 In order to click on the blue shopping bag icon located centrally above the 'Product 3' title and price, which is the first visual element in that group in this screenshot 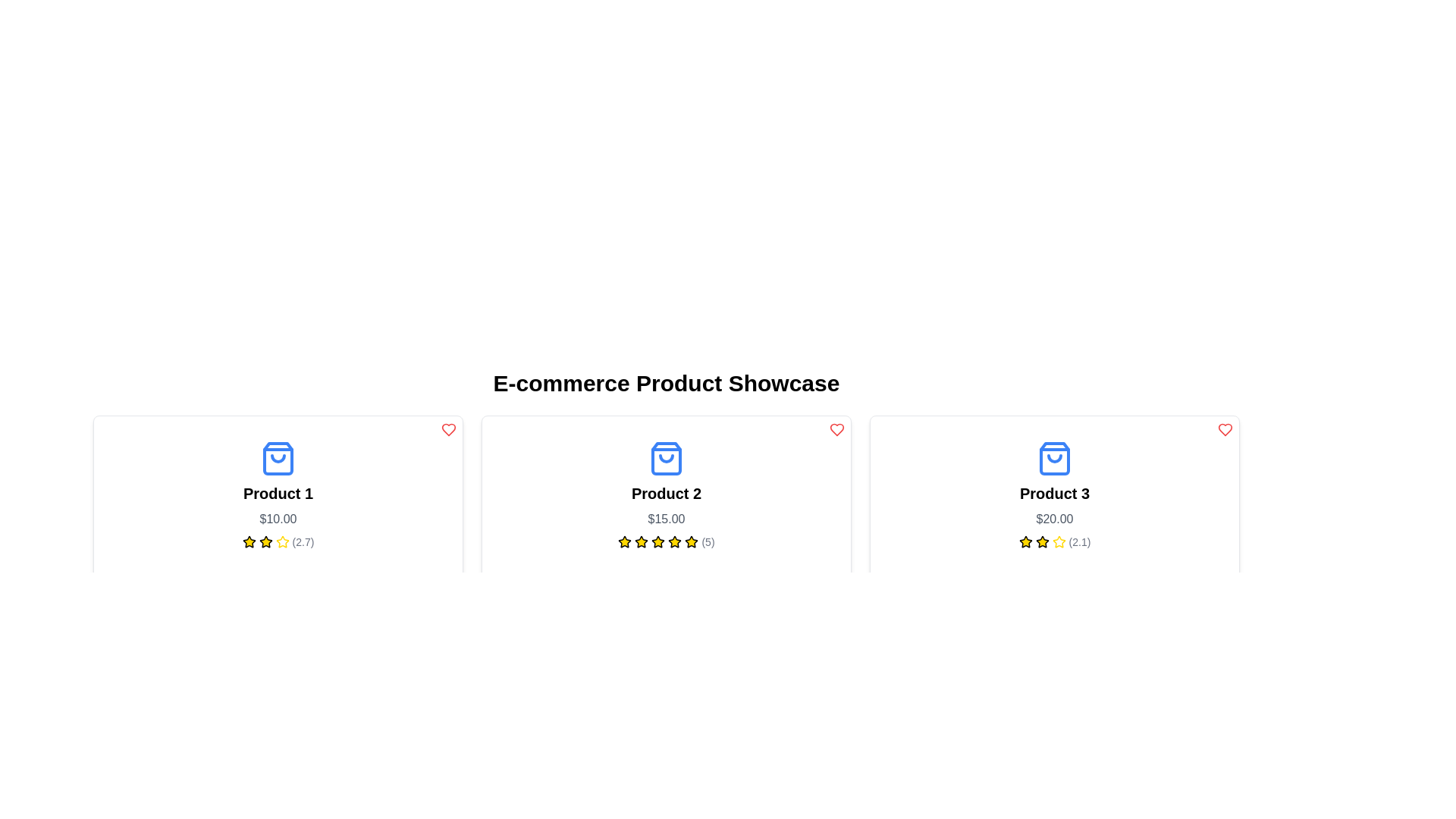, I will do `click(1054, 458)`.